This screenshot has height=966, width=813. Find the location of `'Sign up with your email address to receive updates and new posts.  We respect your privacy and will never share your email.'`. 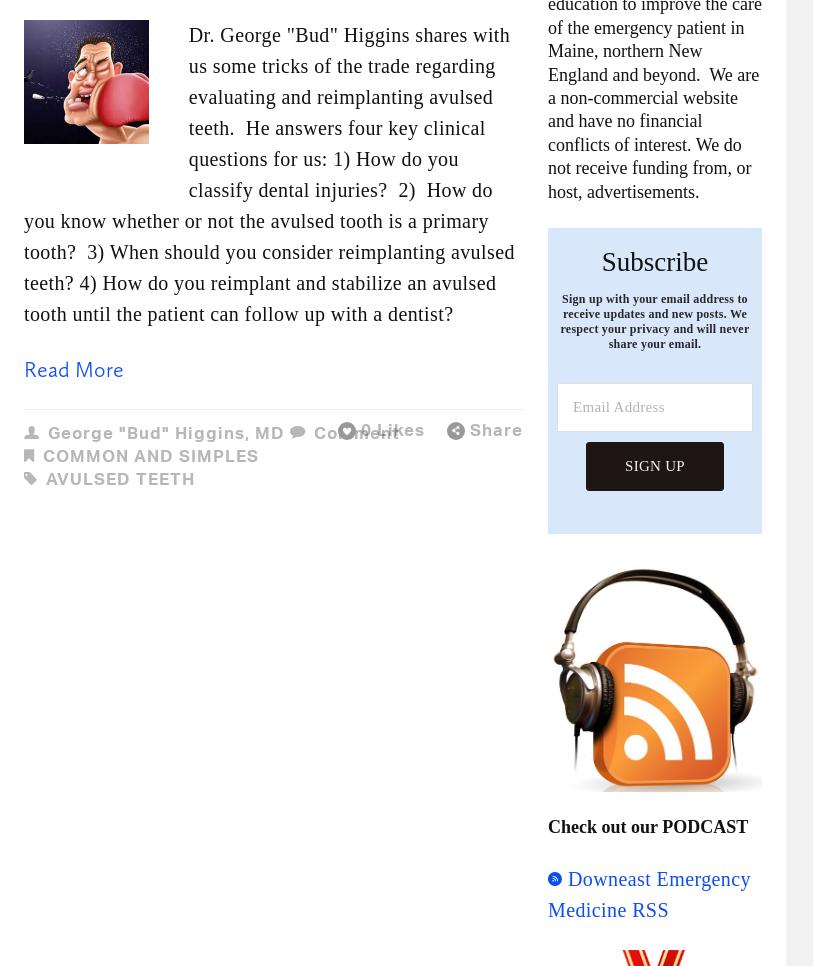

'Sign up with your email address to receive updates and new posts.  We respect your privacy and will never share your email.' is located at coordinates (654, 321).